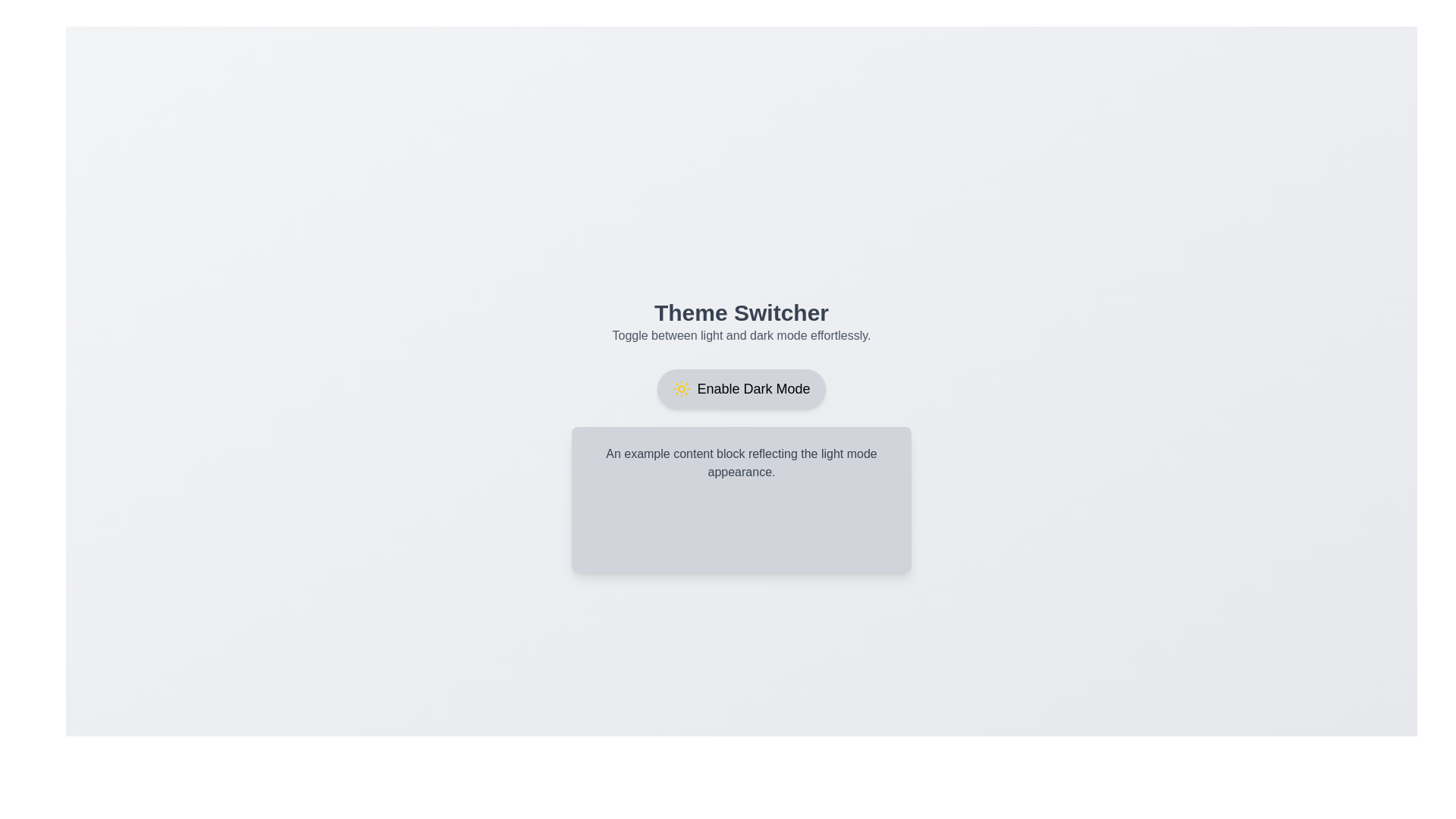 This screenshot has width=1456, height=819. Describe the element at coordinates (742, 321) in the screenshot. I see `the Text block that serves as a descriptive header with the title 'Theme Switcher' and the subtitle 'Toggle between light and dark mode effortlessly.'` at that location.